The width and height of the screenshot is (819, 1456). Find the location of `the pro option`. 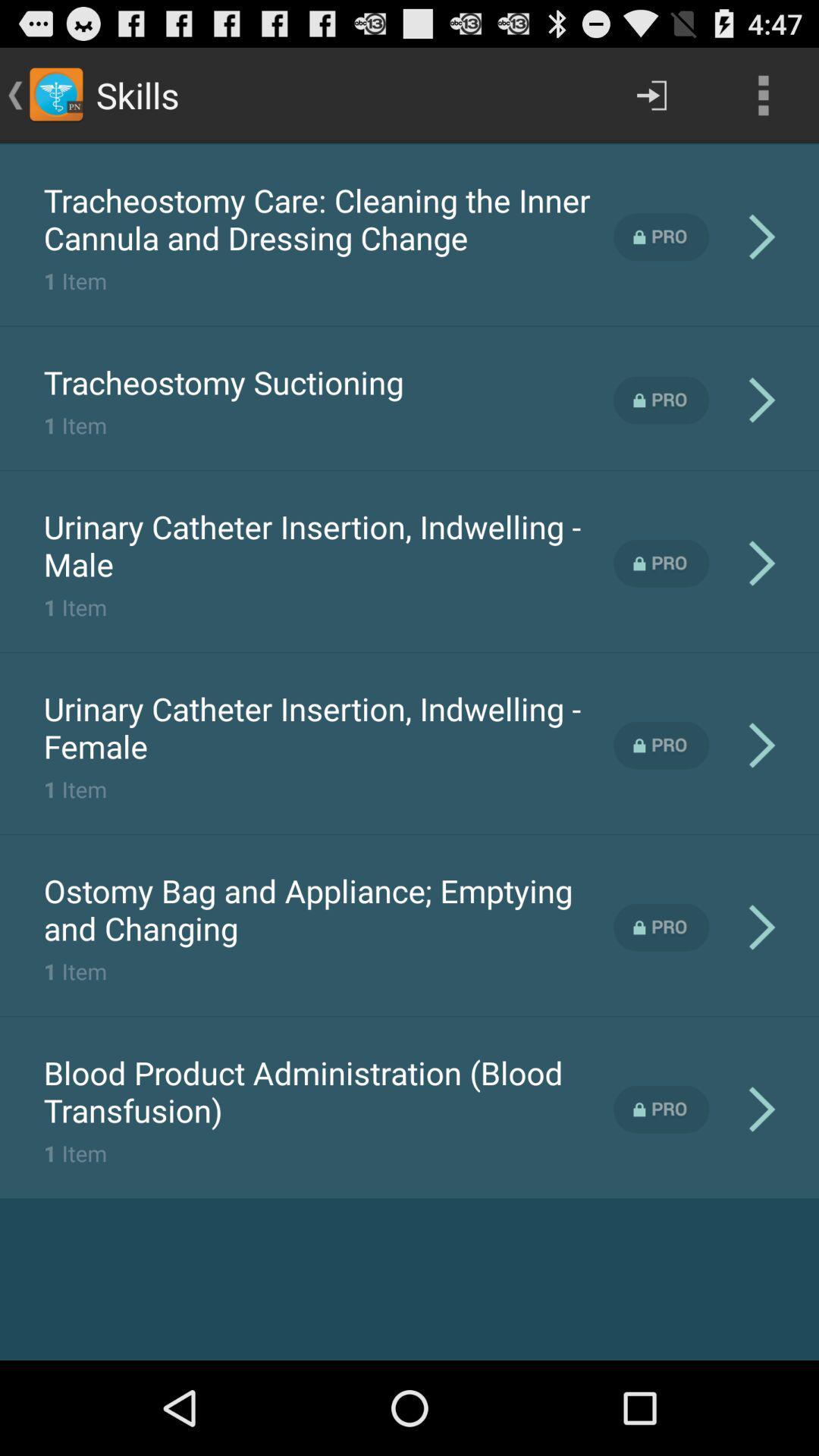

the pro option is located at coordinates (661, 1109).